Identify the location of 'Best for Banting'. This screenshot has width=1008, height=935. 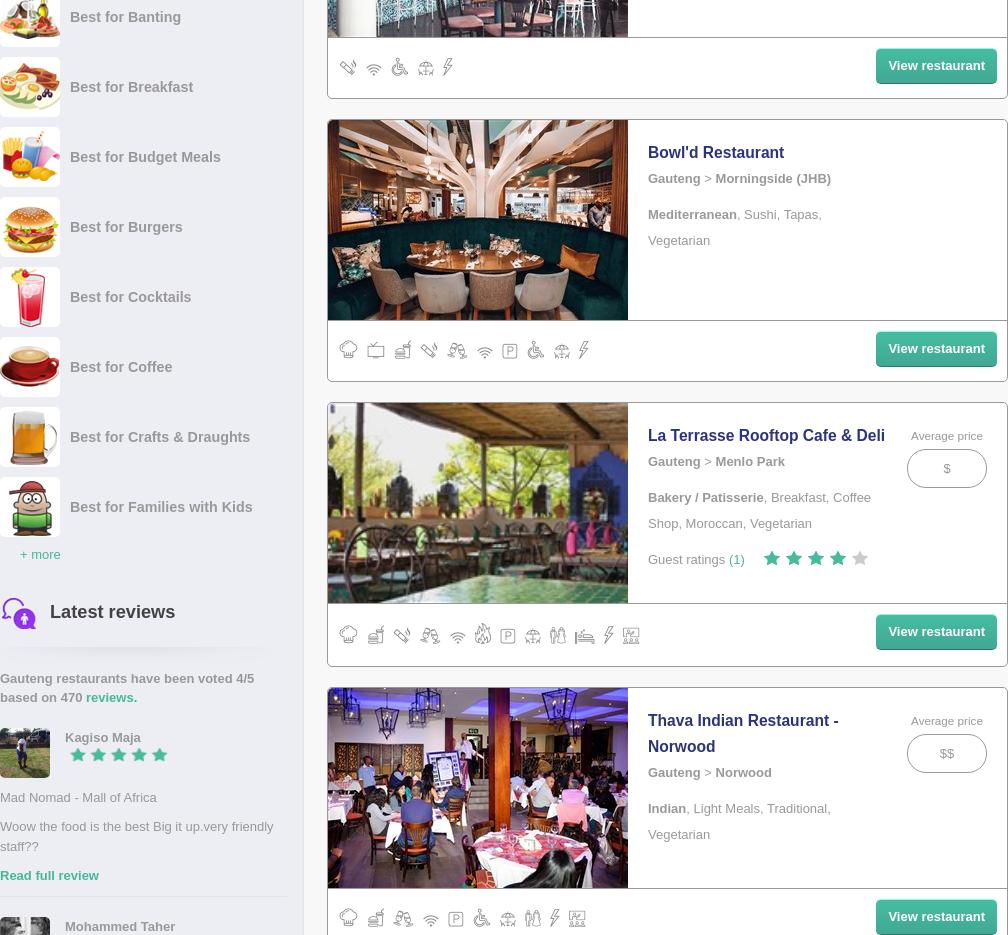
(125, 14).